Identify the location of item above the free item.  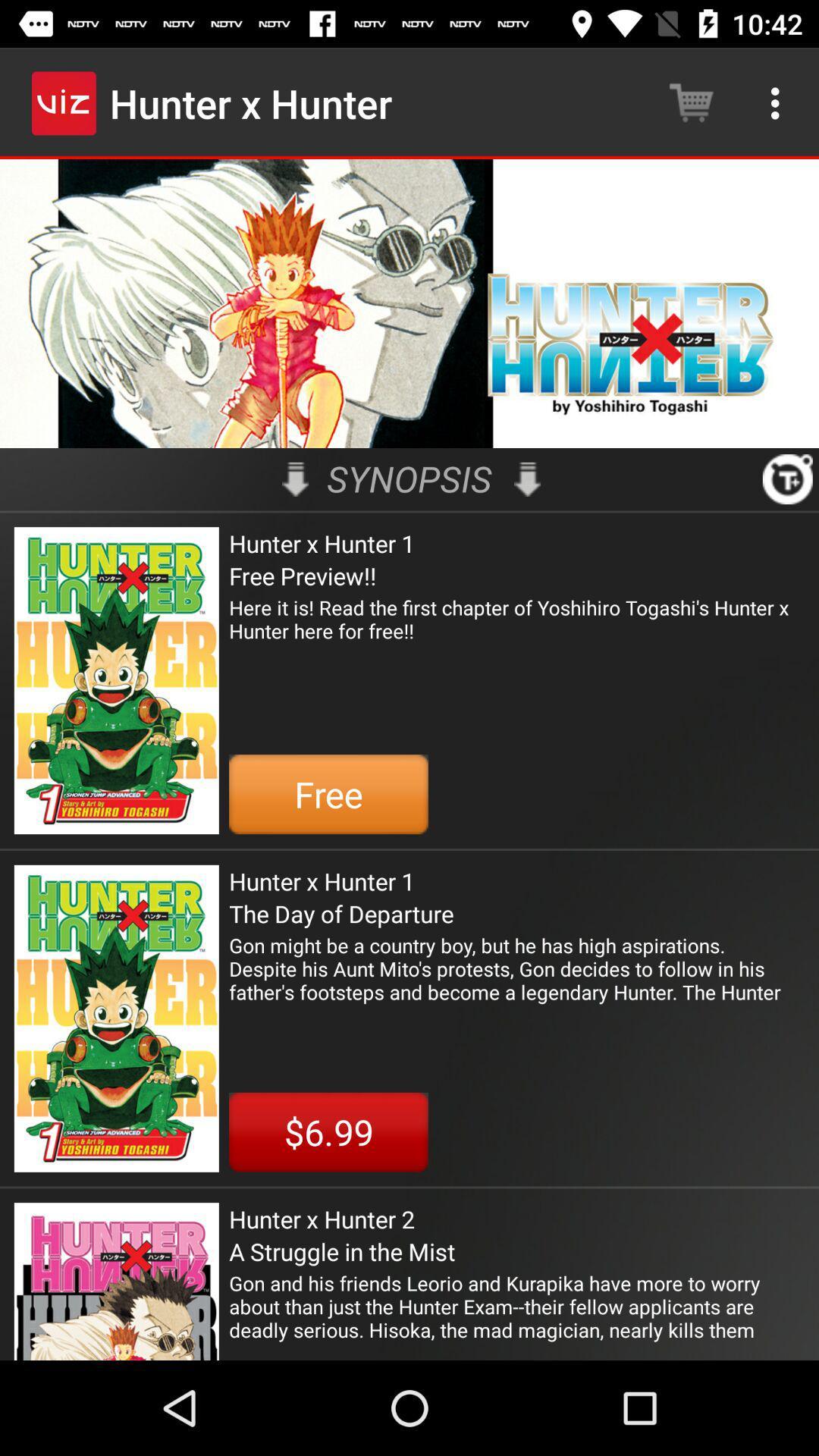
(516, 631).